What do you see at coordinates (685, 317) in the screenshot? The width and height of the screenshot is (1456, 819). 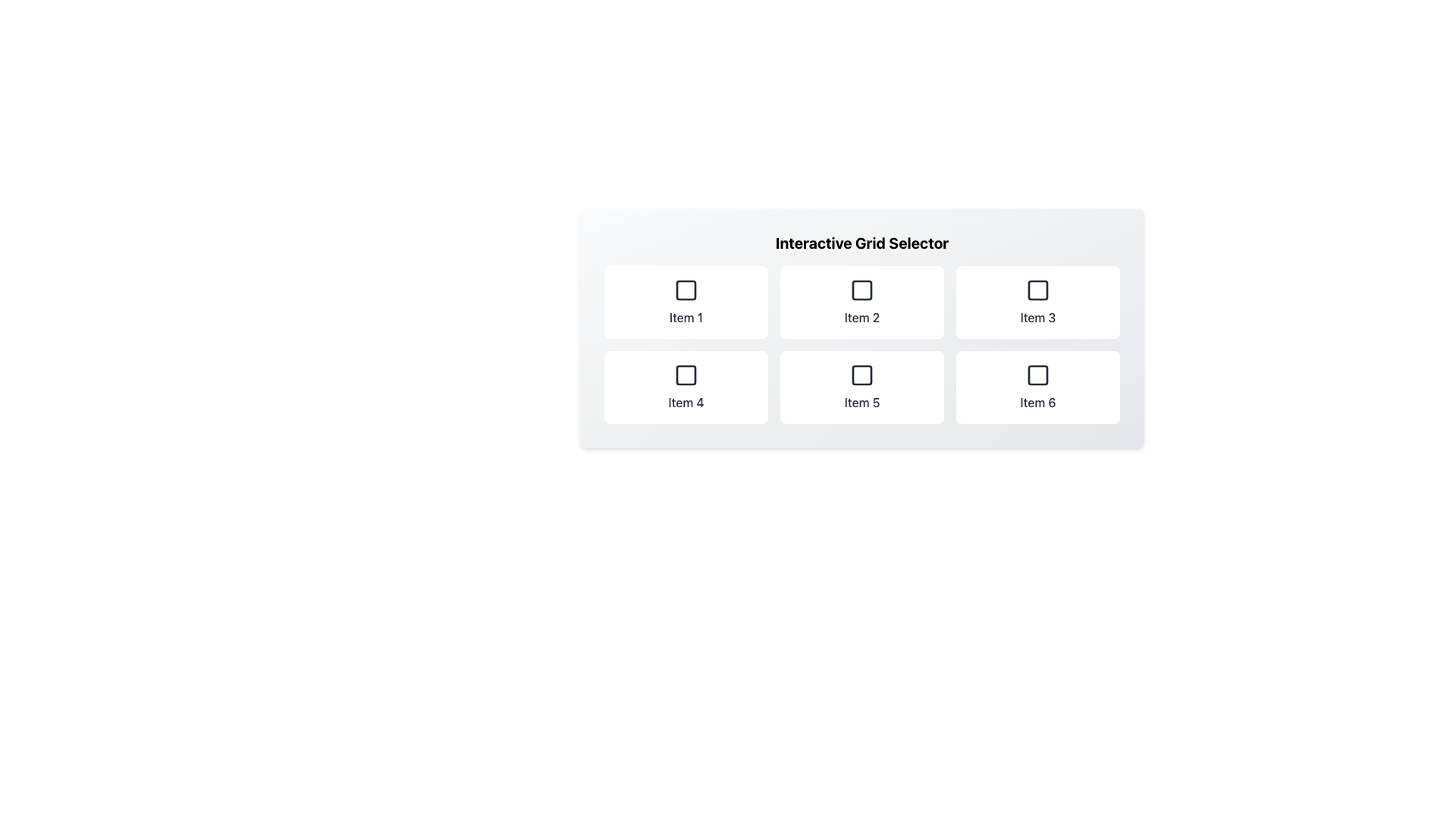 I see `the Text Label that identifies the grid item as 'Item 1', which is located under the top-left item of a 2x3 grid layout` at bounding box center [685, 317].